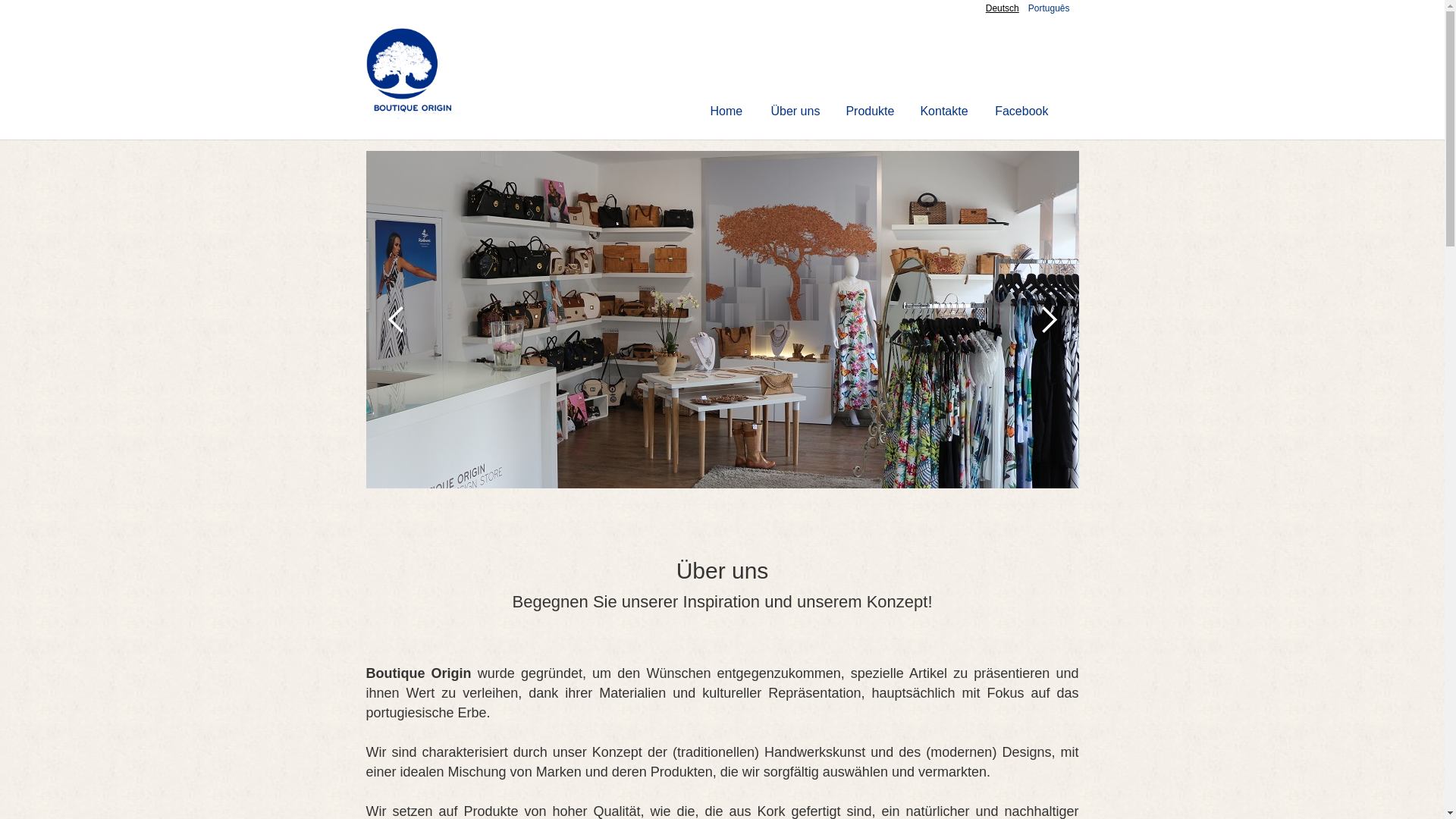 This screenshot has width=1456, height=819. I want to click on 'Home', so click(726, 110).